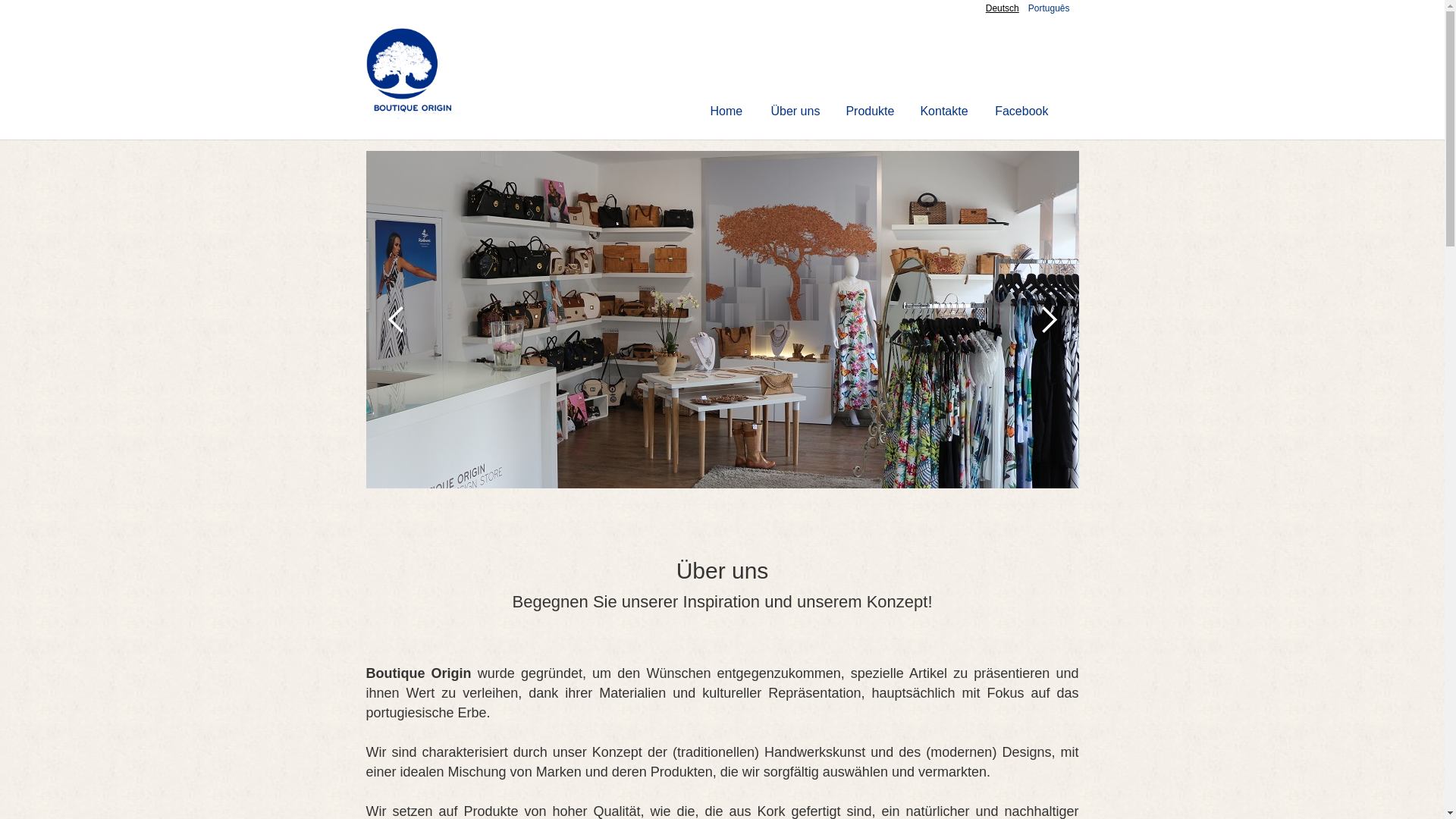 This screenshot has width=1456, height=819. I want to click on 'Home', so click(726, 110).